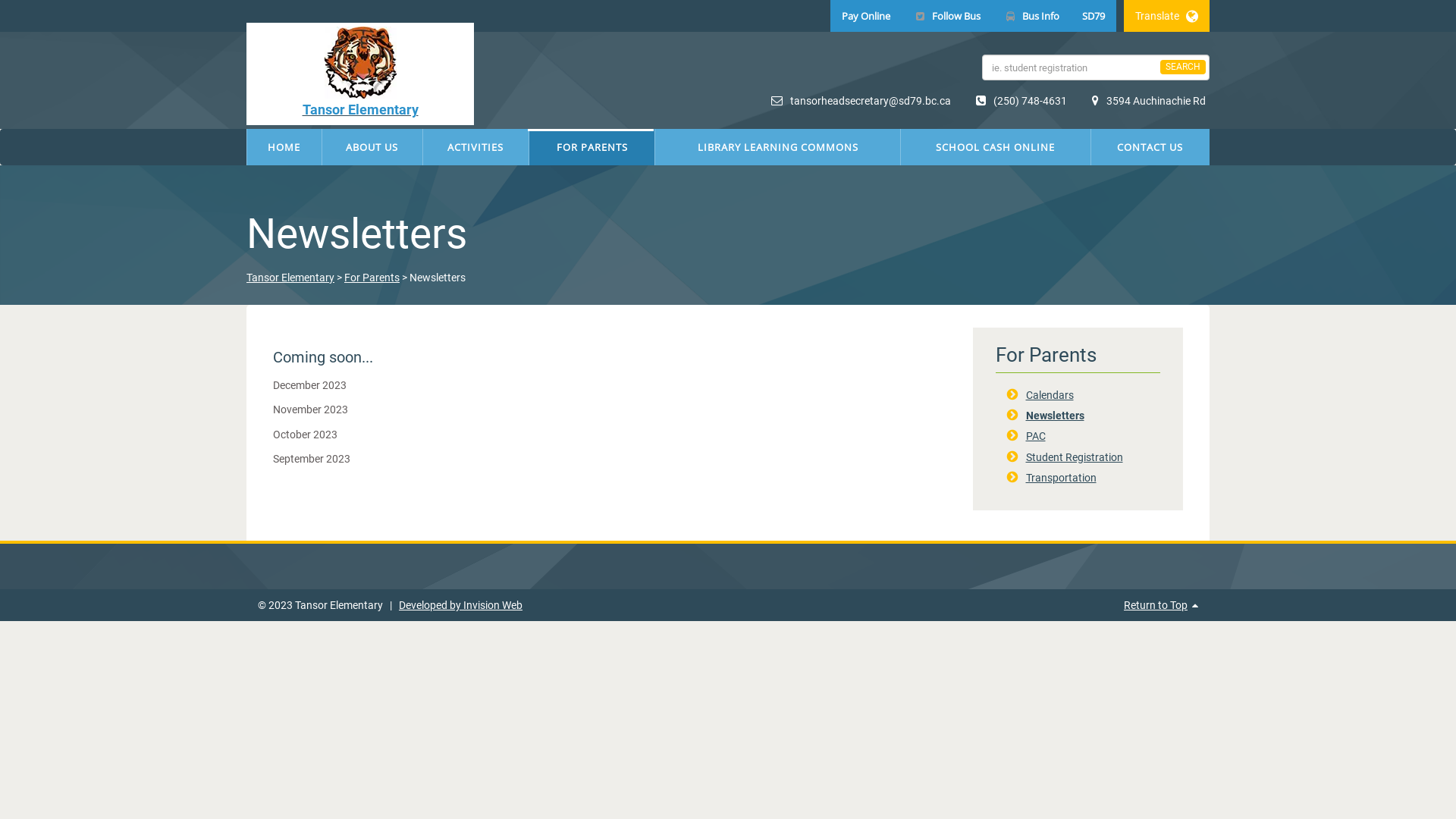  Describe the element at coordinates (529, 146) in the screenshot. I see `'FOR PARENTS'` at that location.